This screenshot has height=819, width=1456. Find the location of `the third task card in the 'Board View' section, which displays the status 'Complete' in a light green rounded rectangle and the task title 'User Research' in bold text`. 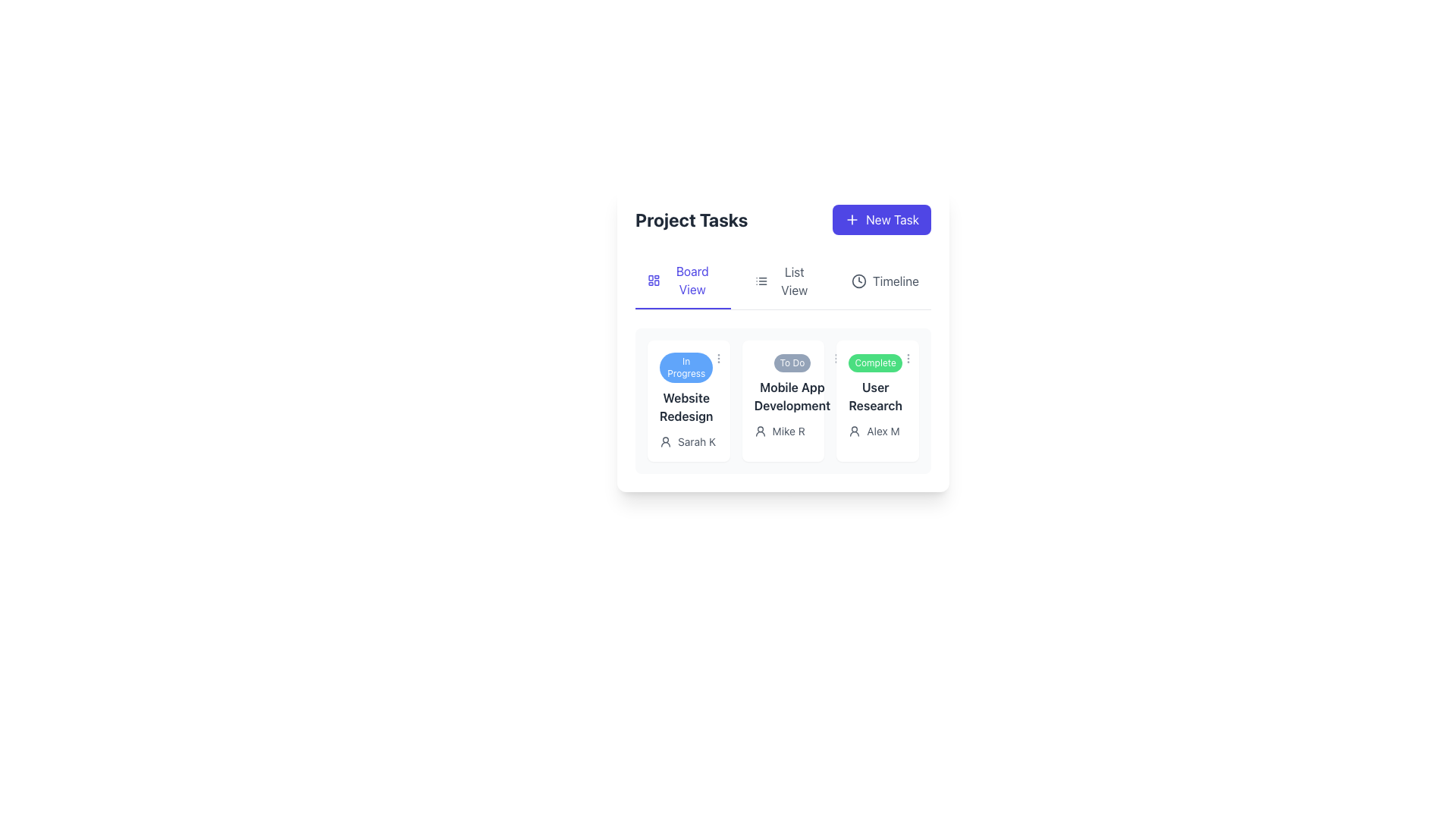

the third task card in the 'Board View' section, which displays the status 'Complete' in a light green rounded rectangle and the task title 'User Research' in bold text is located at coordinates (877, 382).